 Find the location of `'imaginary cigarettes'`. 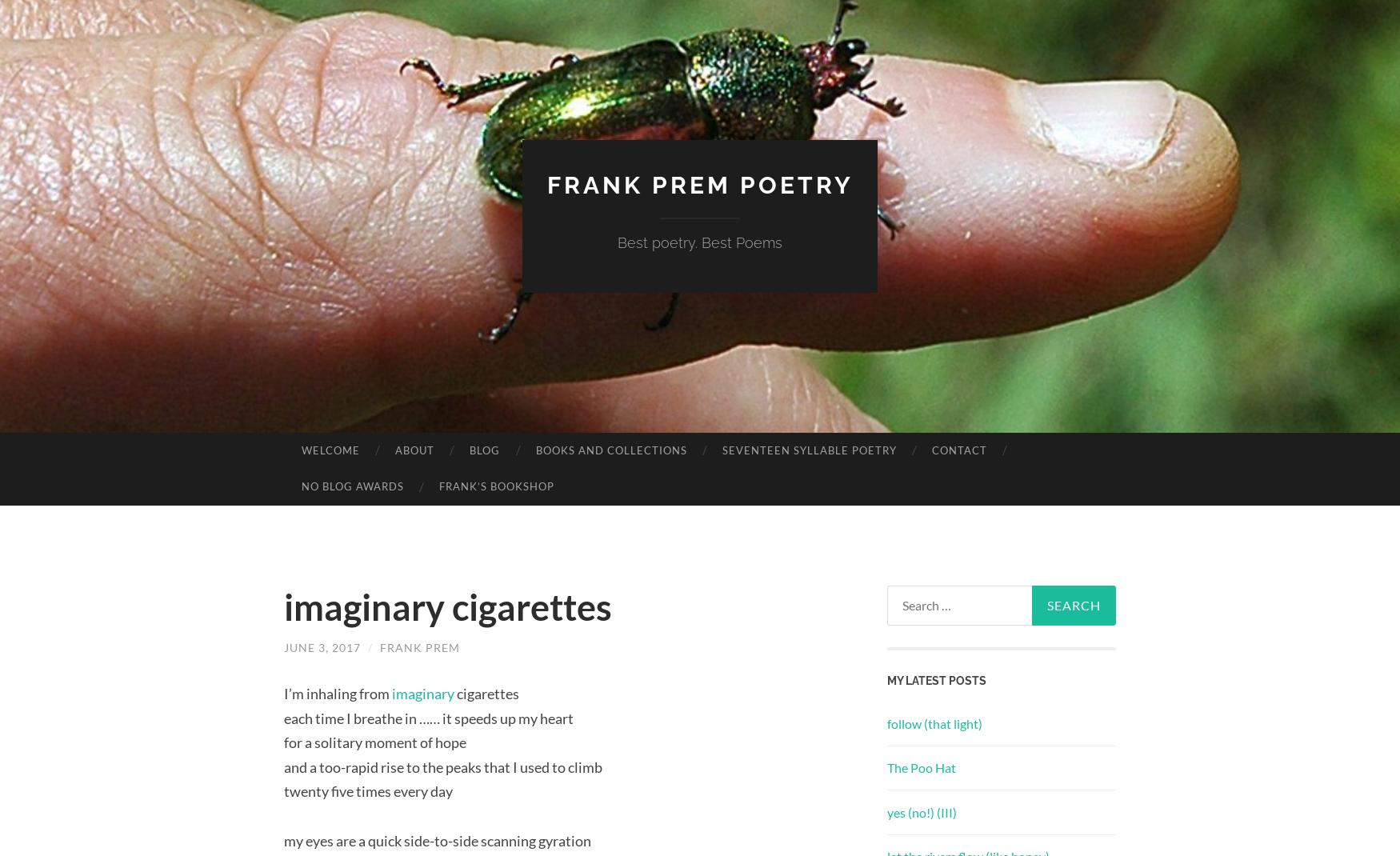

'imaginary cigarettes' is located at coordinates (447, 605).